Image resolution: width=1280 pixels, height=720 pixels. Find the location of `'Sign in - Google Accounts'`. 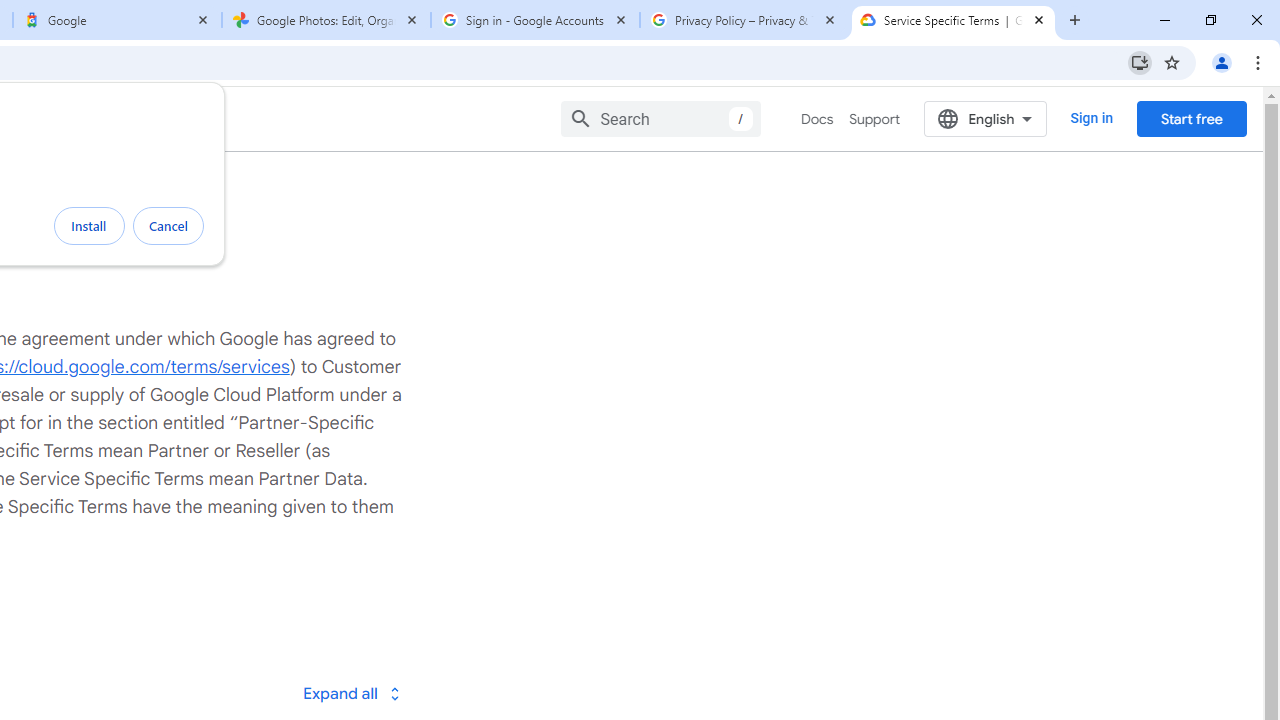

'Sign in - Google Accounts' is located at coordinates (535, 20).